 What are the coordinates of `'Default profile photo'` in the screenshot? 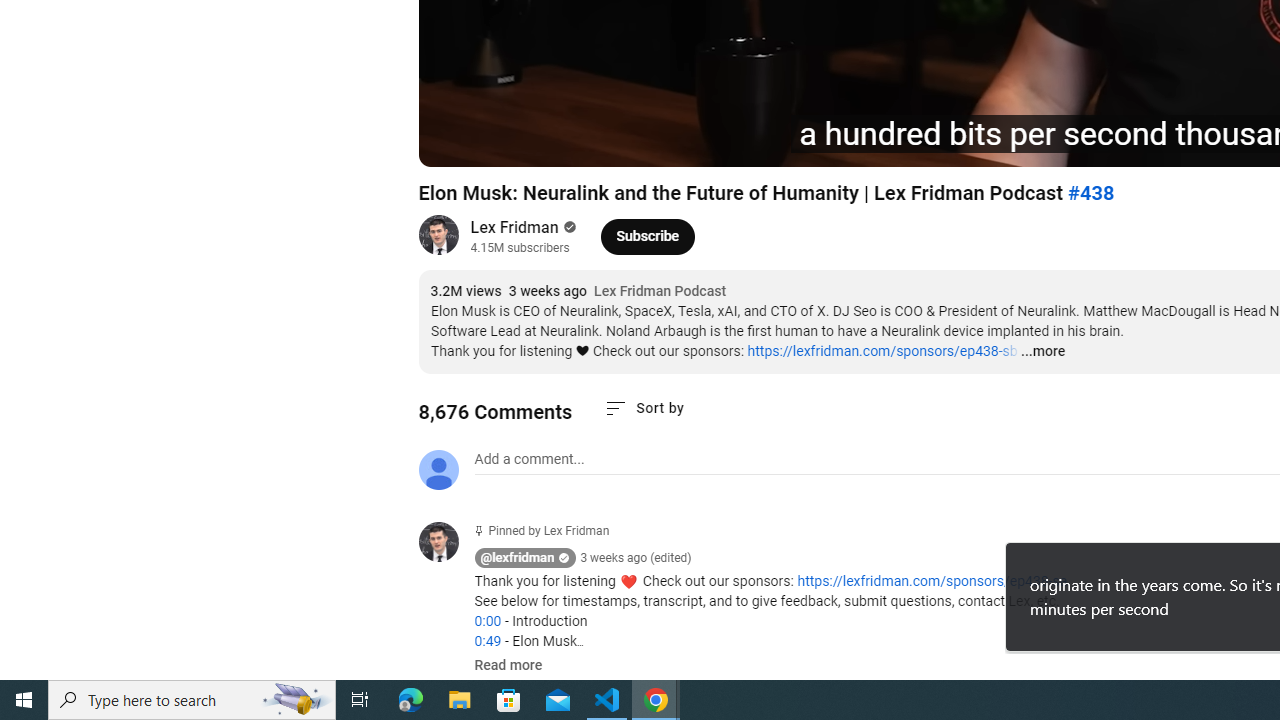 It's located at (438, 470).